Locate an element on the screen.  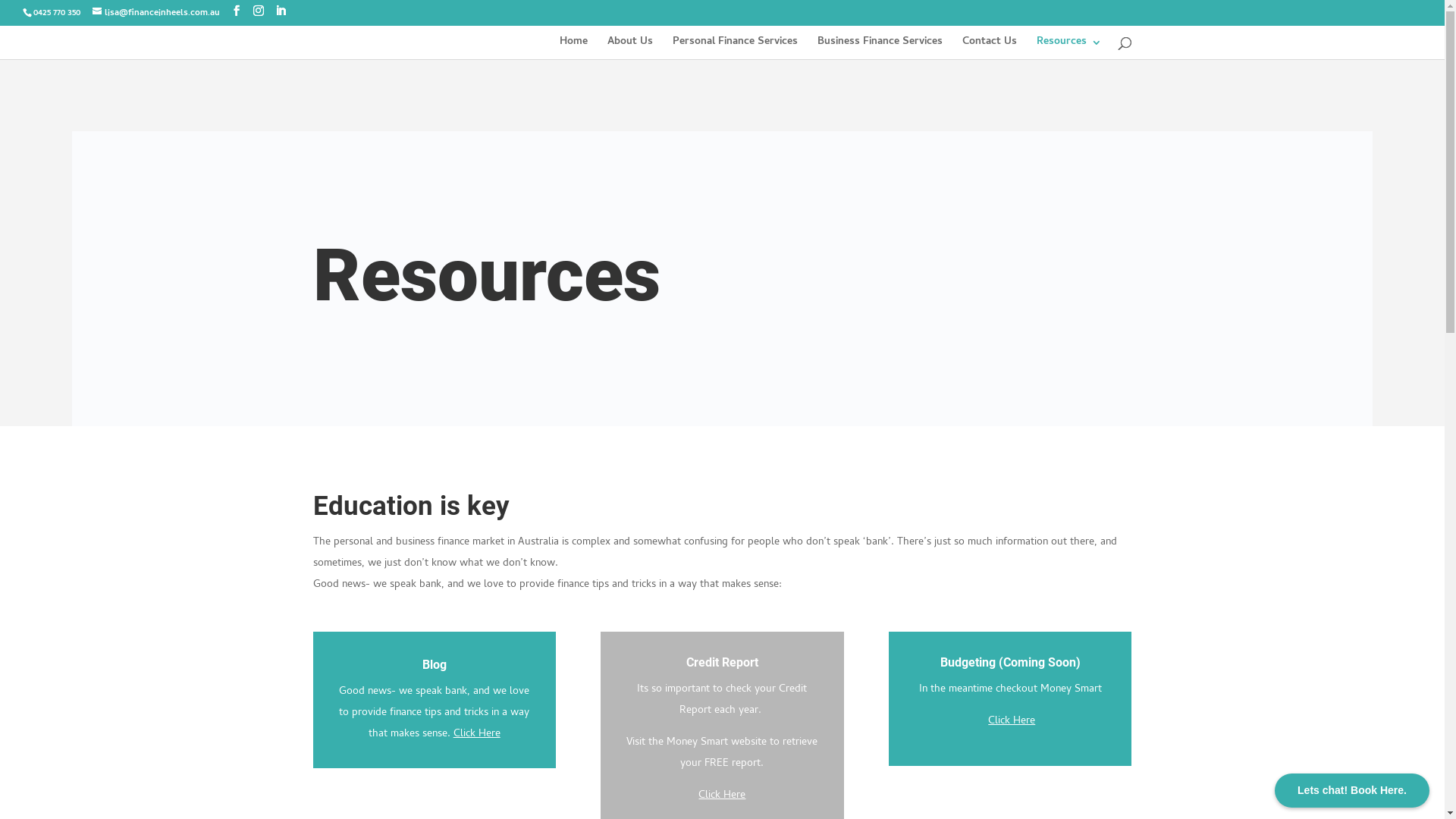
'About Us' is located at coordinates (629, 47).